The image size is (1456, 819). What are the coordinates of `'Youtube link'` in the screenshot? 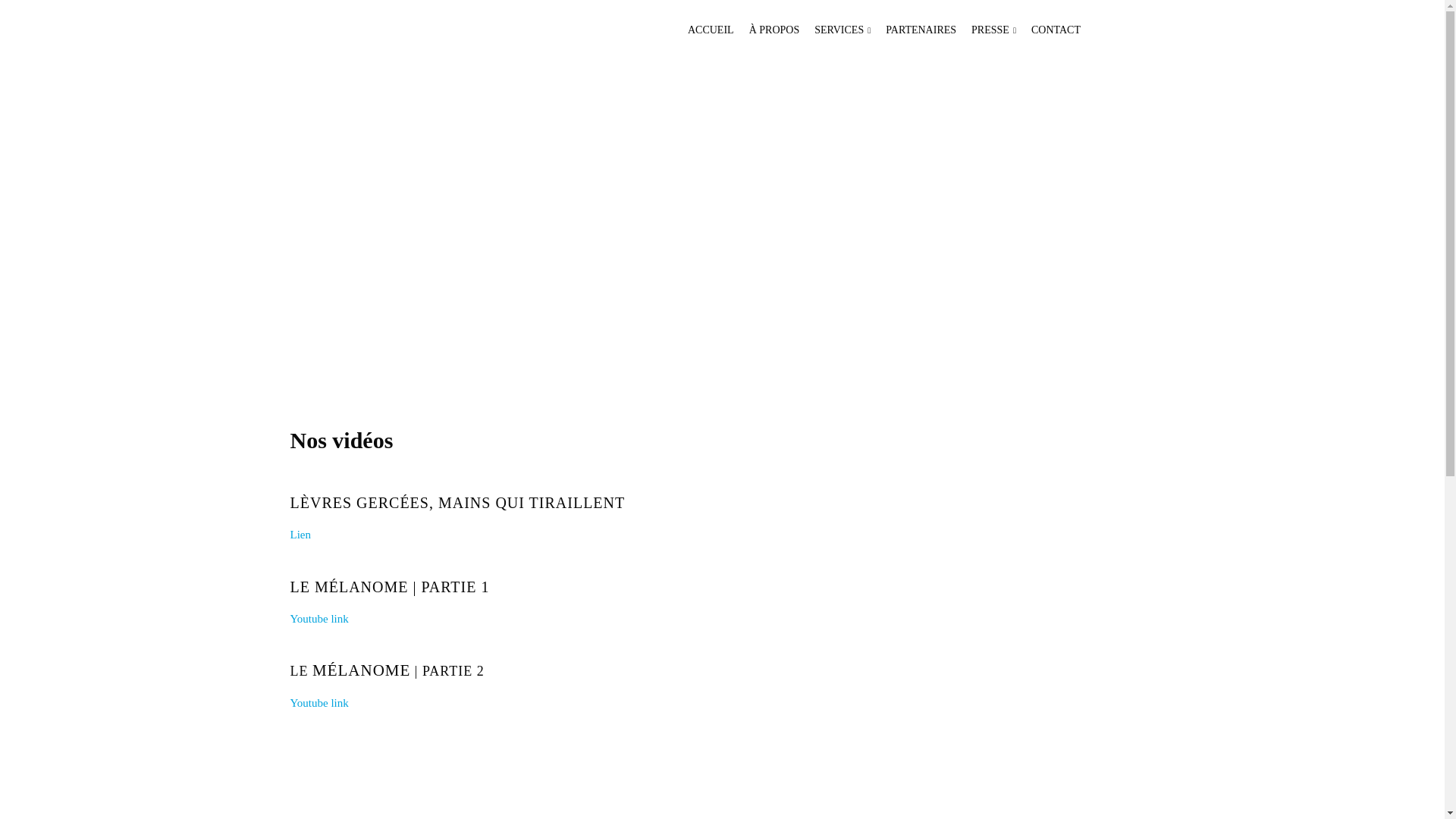 It's located at (290, 619).